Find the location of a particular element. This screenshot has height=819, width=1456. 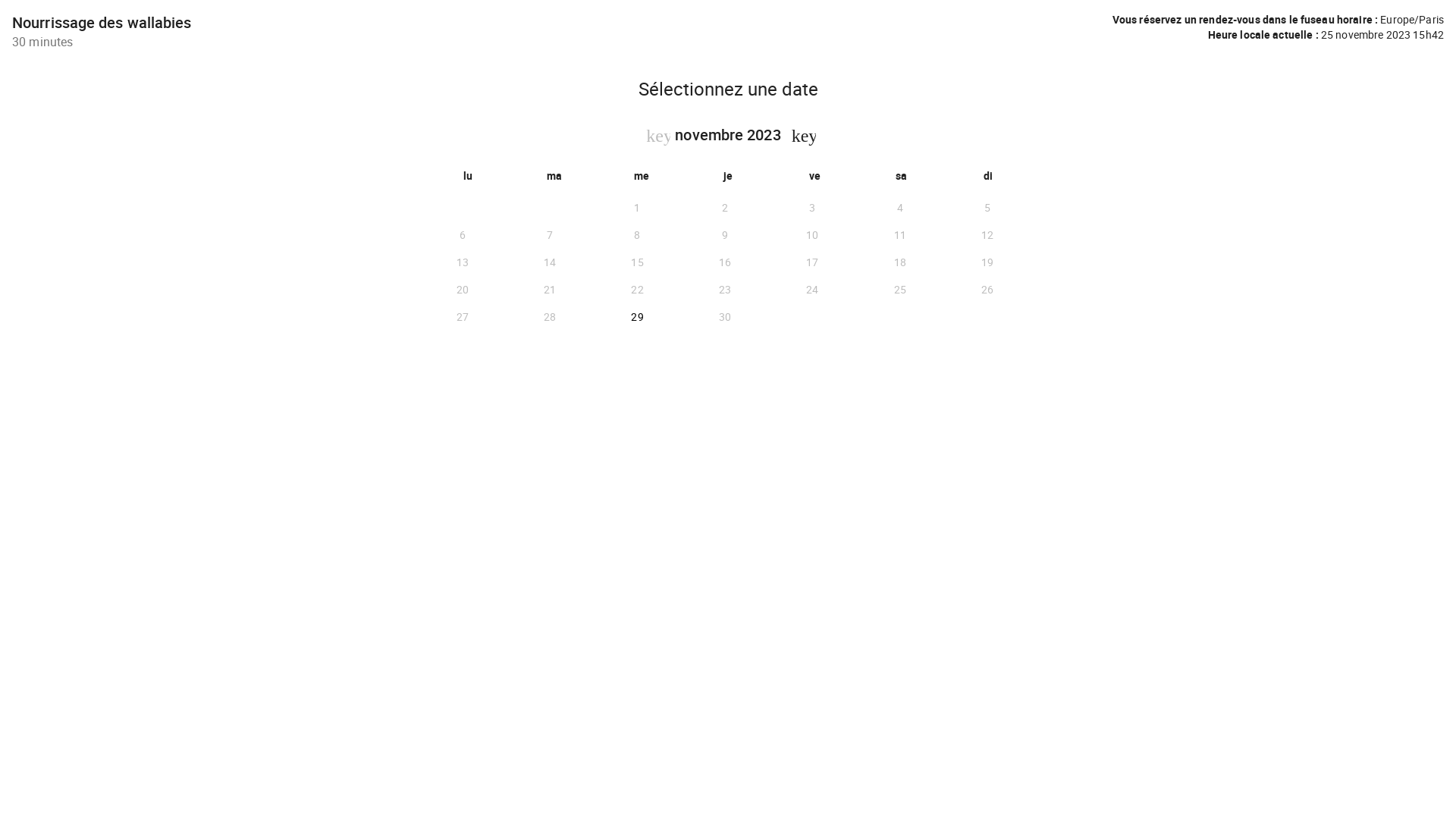

'18' is located at coordinates (855, 262).